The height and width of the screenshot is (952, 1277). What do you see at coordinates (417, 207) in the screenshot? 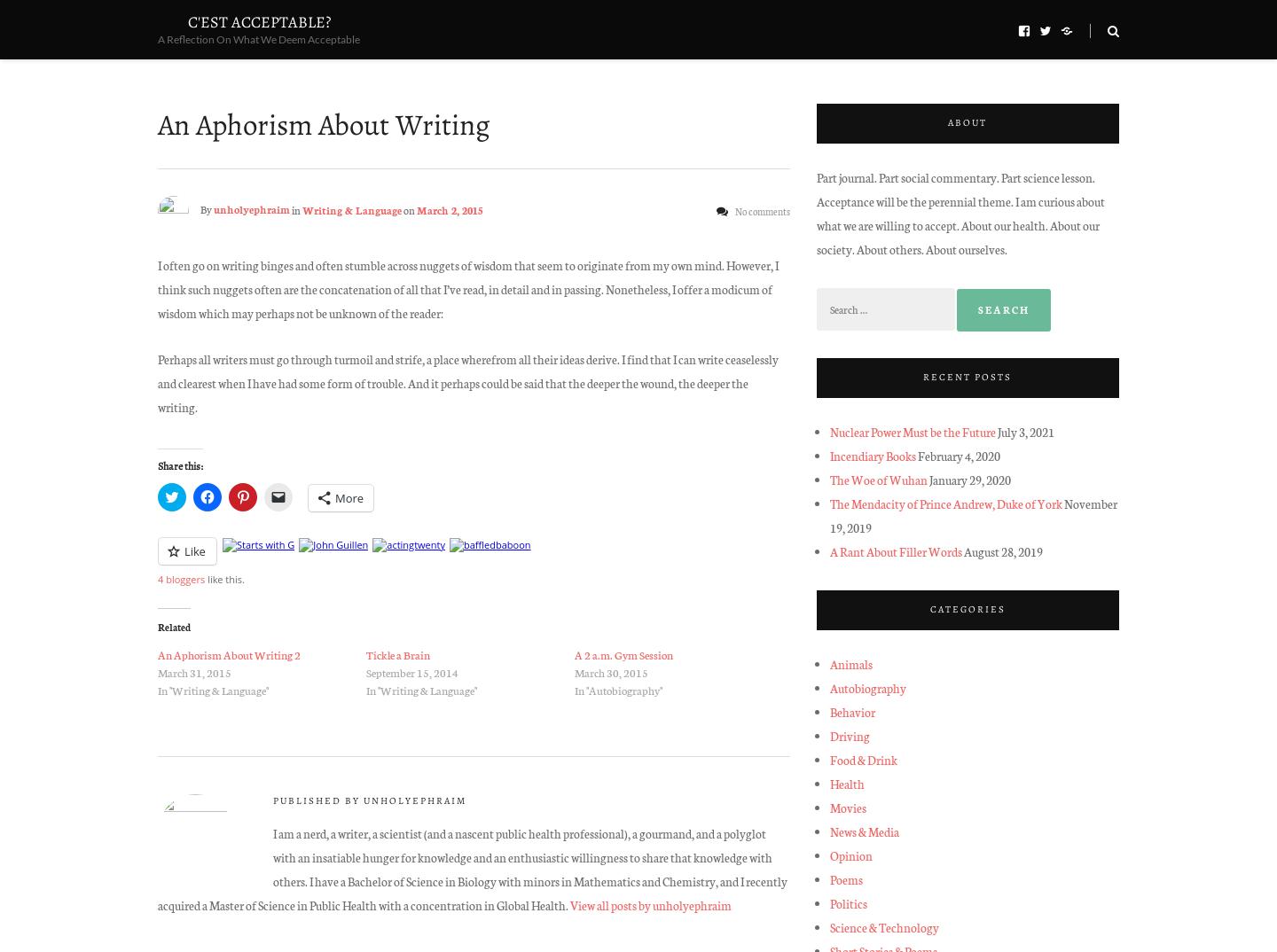
I see `'March 2, 2015'` at bounding box center [417, 207].